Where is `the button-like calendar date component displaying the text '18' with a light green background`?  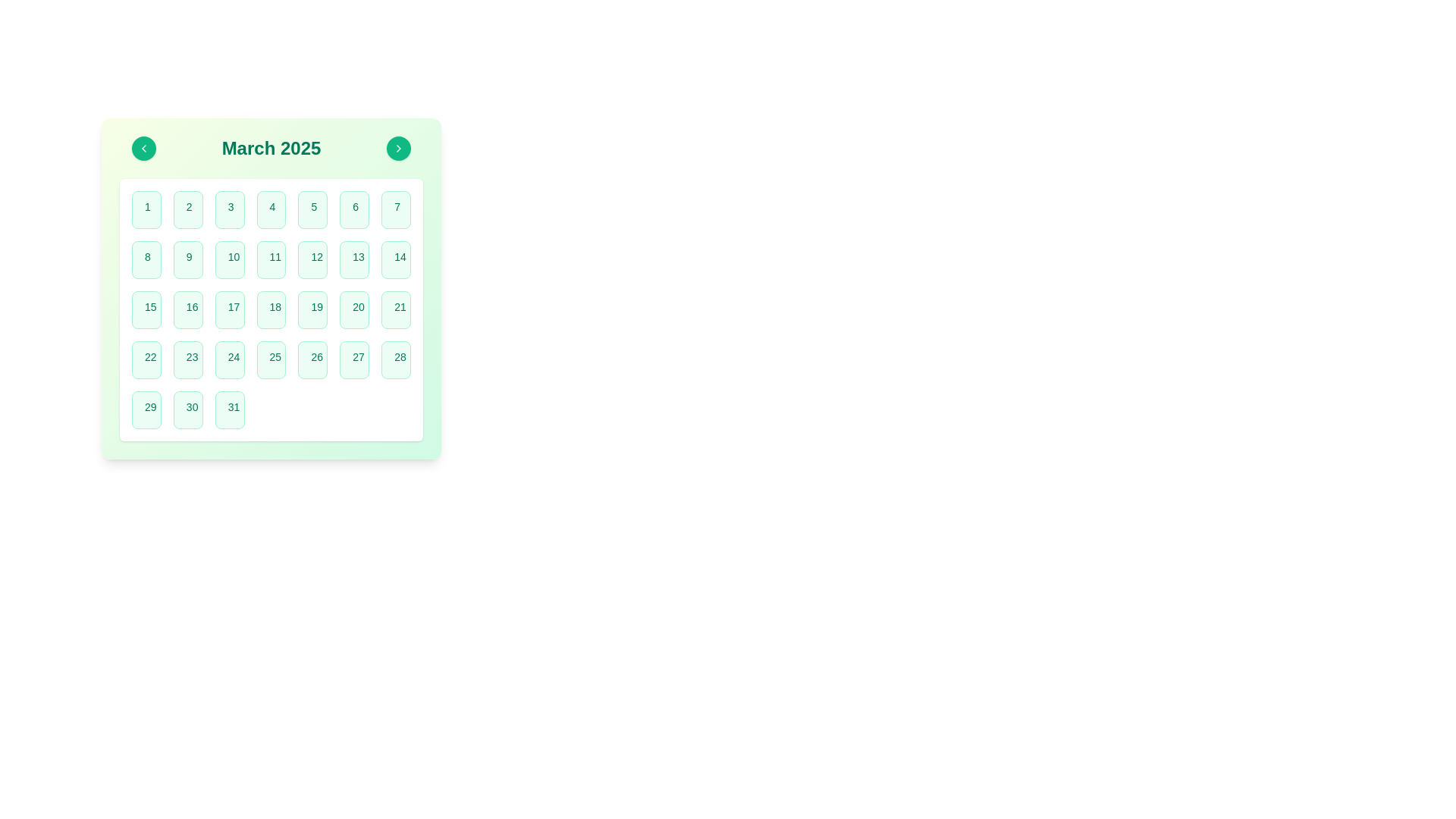 the button-like calendar date component displaying the text '18' with a light green background is located at coordinates (271, 309).